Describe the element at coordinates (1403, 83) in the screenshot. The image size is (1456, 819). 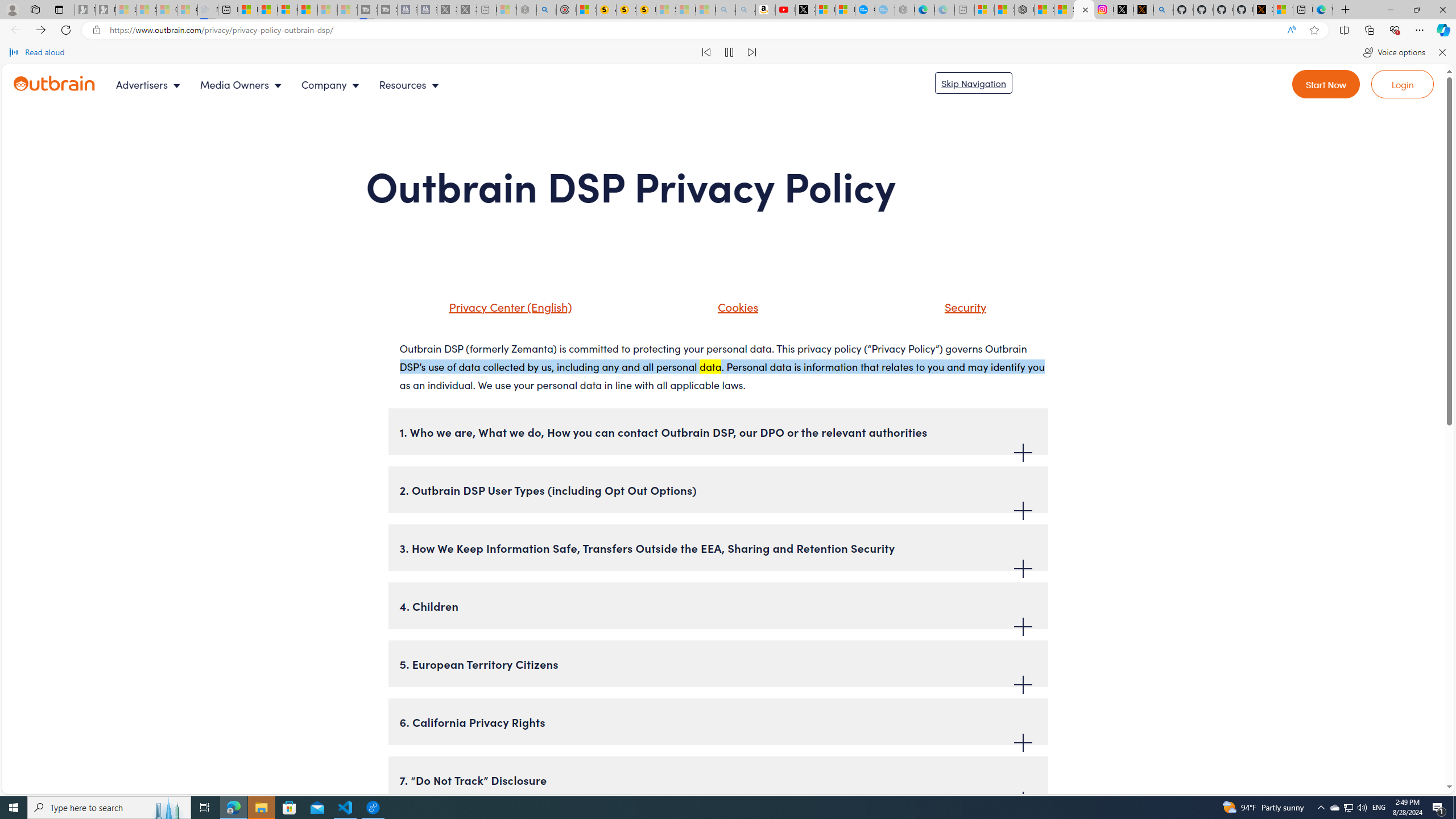
I see `'Go to login'` at that location.